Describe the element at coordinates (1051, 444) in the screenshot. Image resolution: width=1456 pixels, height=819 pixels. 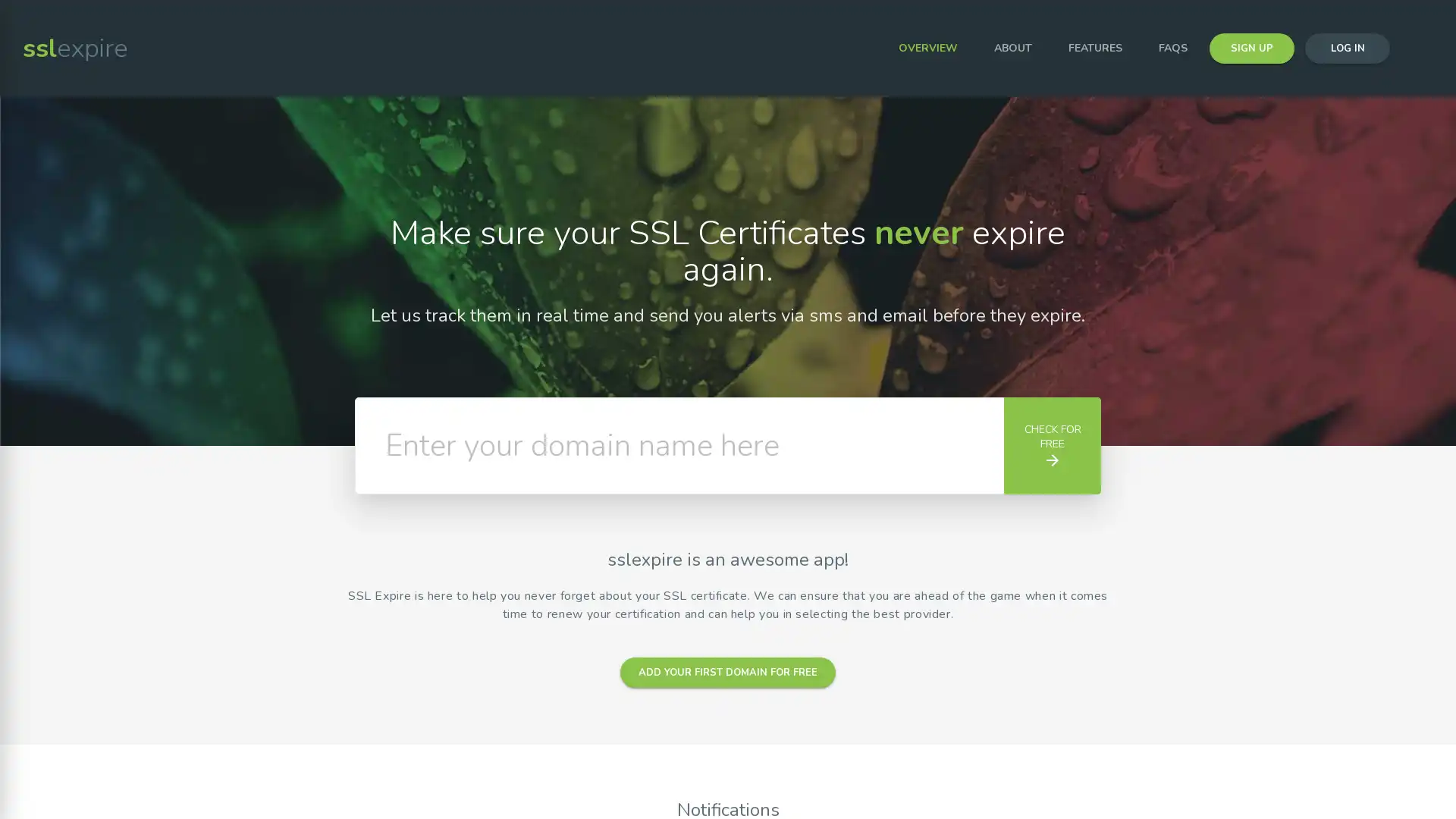
I see `CHECK FOR FREE arrow_forward` at that location.